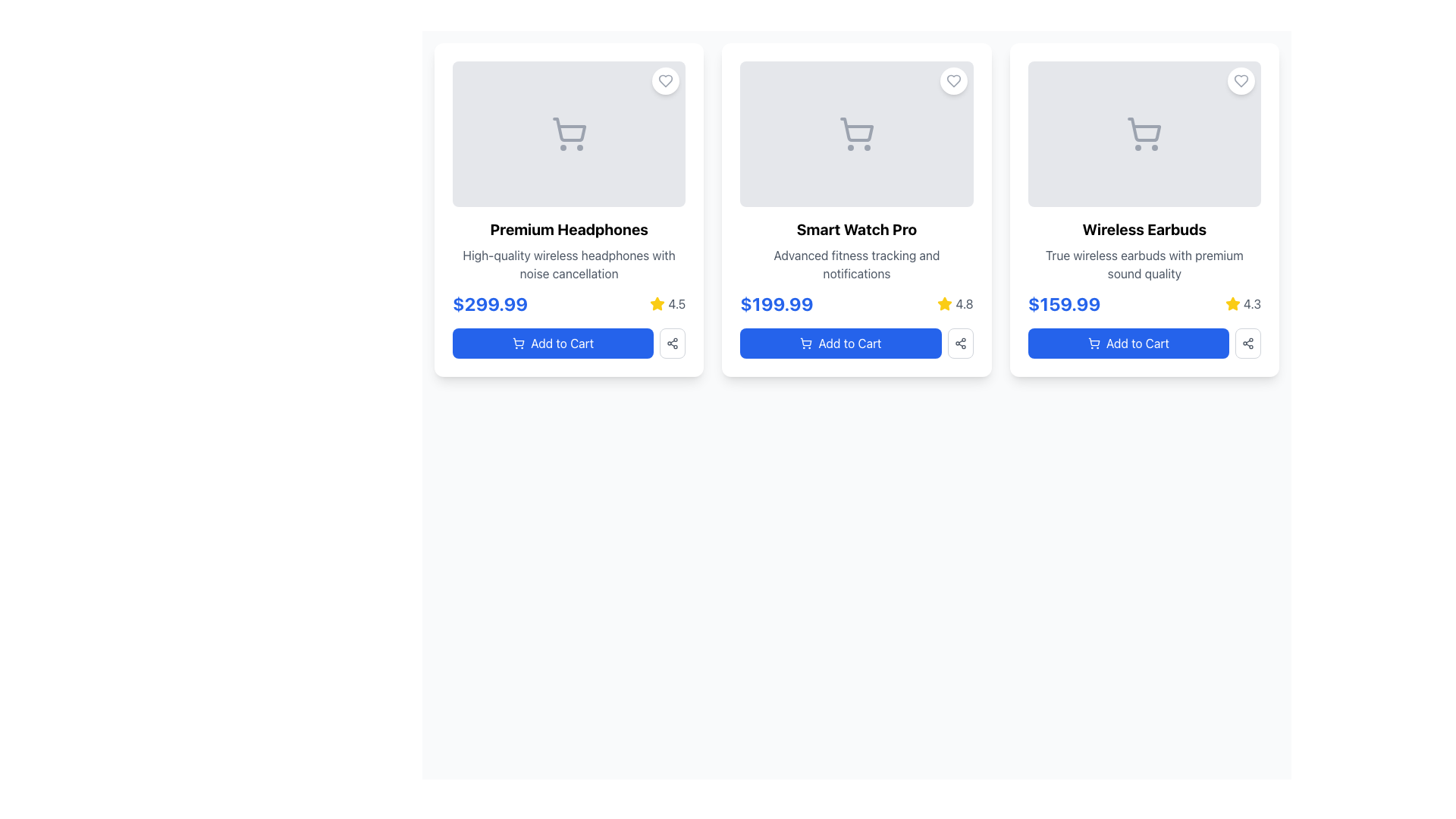  What do you see at coordinates (856, 343) in the screenshot?
I see `the 'Add to Cart' button located at the bottom-center of the 'Smart Watch Pro' card by tabbing to it` at bounding box center [856, 343].